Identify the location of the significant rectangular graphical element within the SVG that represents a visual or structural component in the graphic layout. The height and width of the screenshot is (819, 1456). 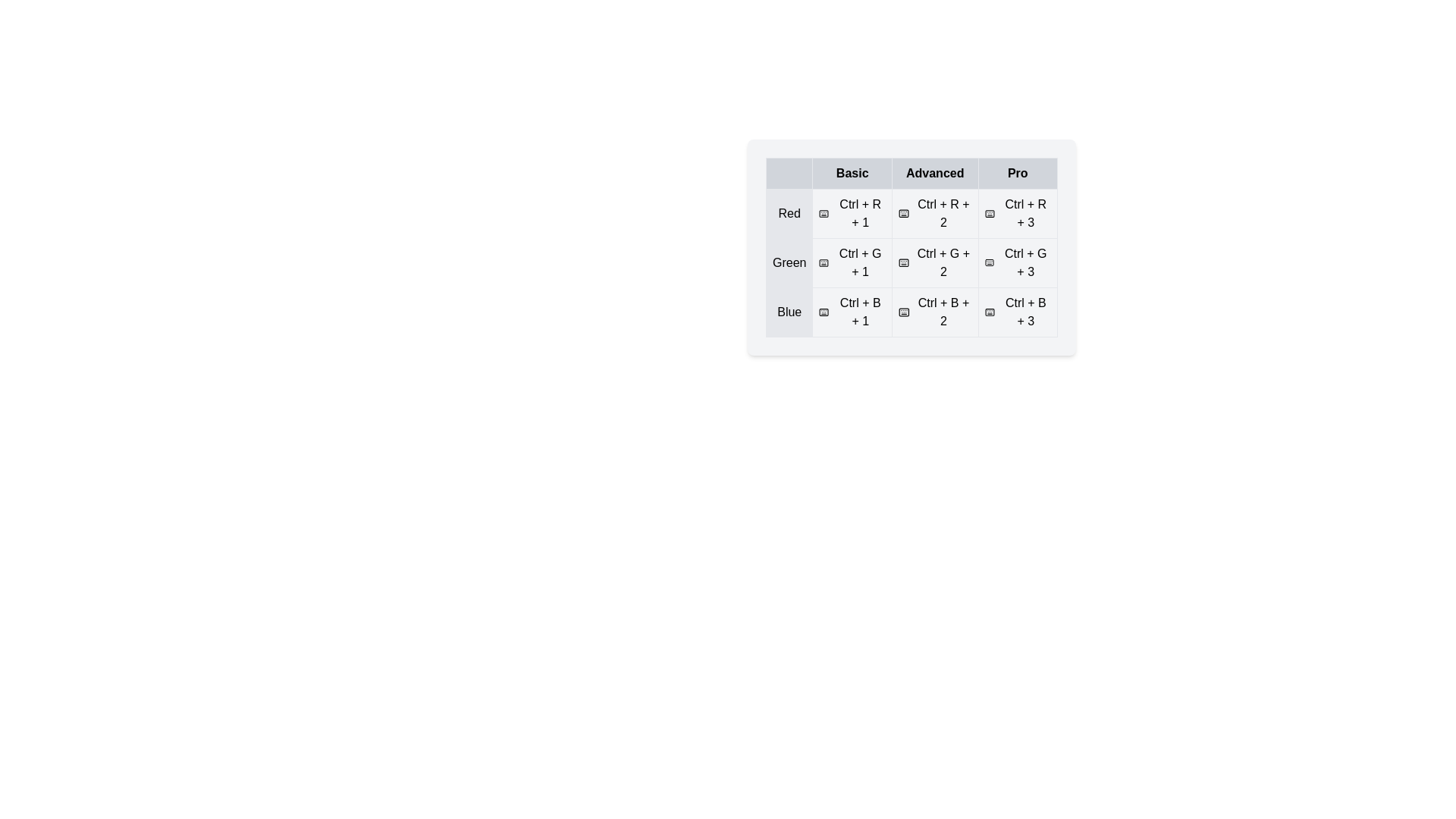
(824, 312).